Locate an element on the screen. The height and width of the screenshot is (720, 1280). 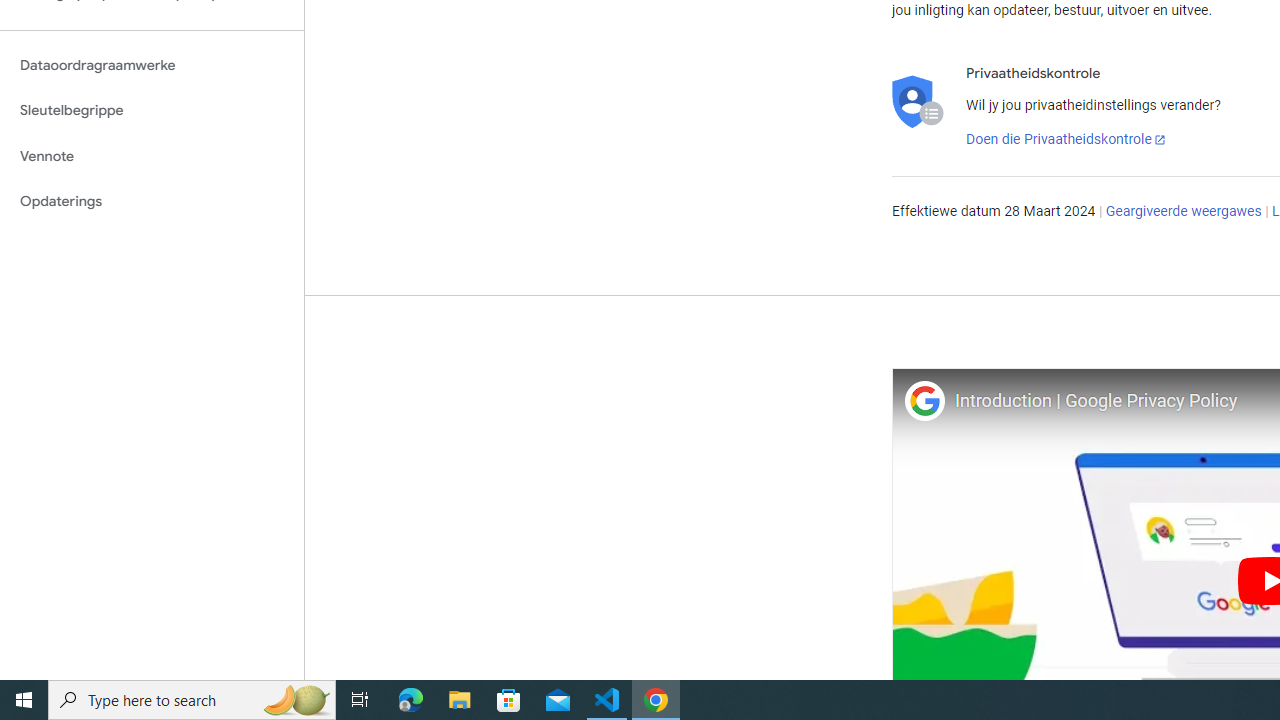
'Geargiveerde weergawes' is located at coordinates (1183, 212).